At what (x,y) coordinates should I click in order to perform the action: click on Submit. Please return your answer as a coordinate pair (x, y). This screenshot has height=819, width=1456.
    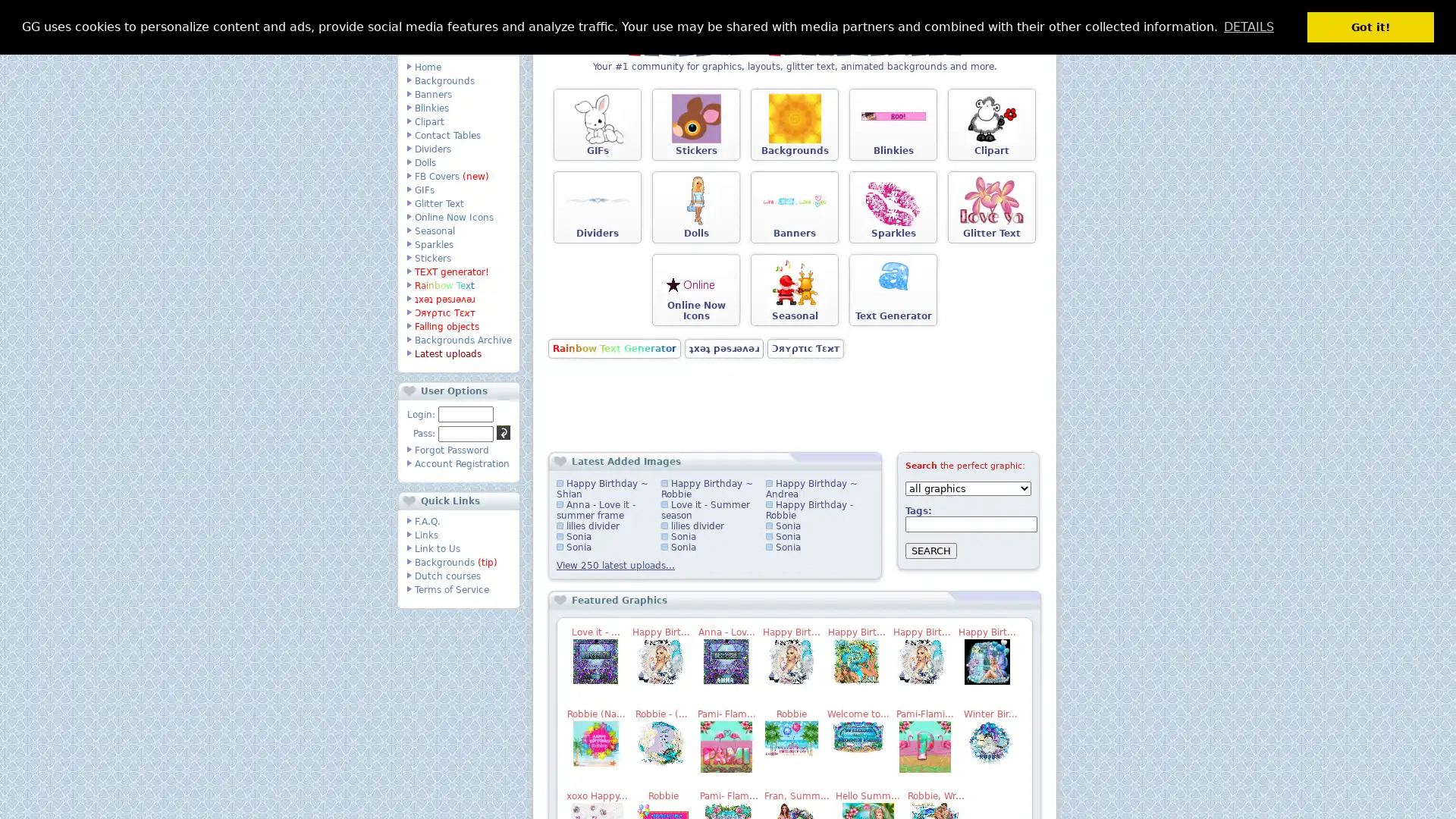
    Looking at the image, I should click on (503, 432).